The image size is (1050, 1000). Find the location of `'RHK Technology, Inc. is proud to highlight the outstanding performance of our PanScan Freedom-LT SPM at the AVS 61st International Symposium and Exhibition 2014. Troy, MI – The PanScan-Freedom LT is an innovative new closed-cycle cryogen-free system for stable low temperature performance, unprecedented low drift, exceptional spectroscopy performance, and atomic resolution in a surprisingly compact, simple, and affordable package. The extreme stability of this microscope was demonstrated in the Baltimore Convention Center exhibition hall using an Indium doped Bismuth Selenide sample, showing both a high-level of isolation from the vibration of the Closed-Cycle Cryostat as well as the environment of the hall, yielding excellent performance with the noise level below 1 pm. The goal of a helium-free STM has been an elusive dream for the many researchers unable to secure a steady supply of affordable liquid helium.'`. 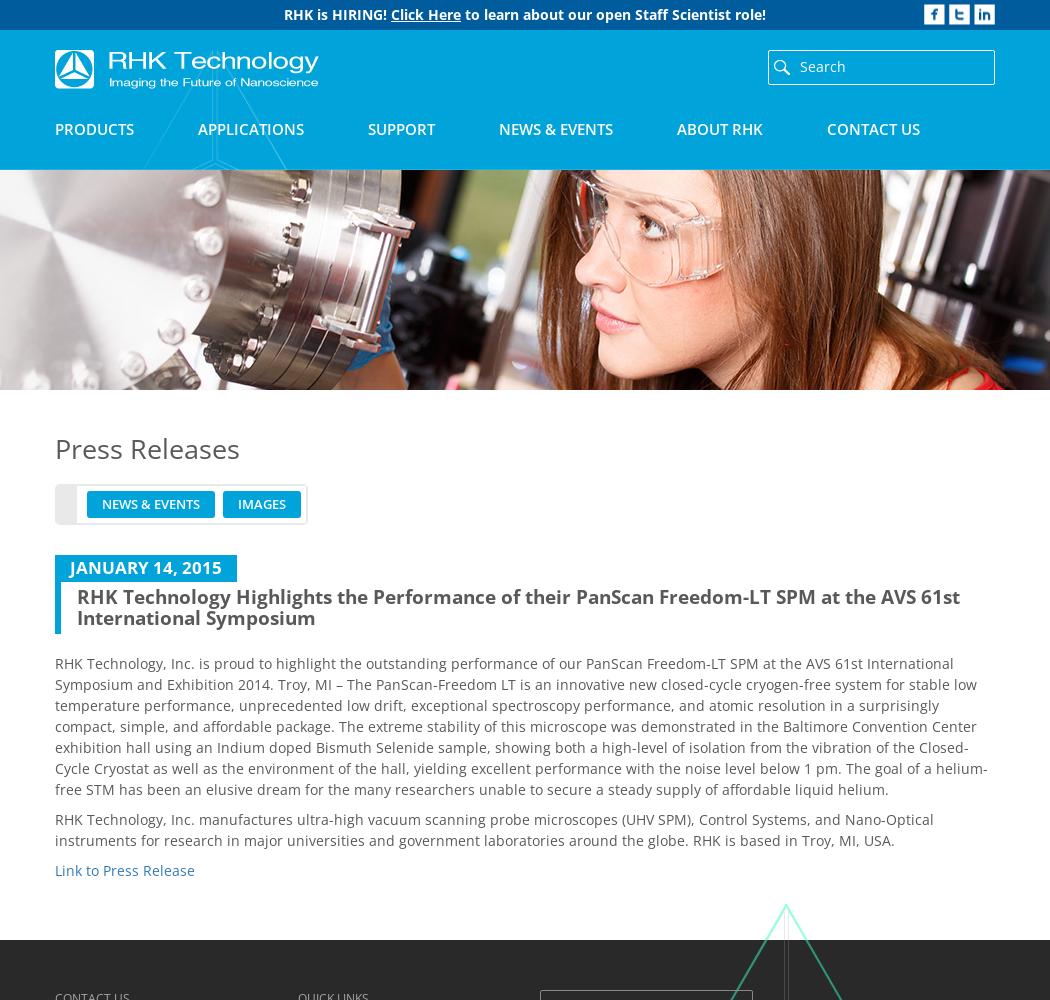

'RHK Technology, Inc. is proud to highlight the outstanding performance of our PanScan Freedom-LT SPM at the AVS 61st International Symposium and Exhibition 2014. Troy, MI – The PanScan-Freedom LT is an innovative new closed-cycle cryogen-free system for stable low temperature performance, unprecedented low drift, exceptional spectroscopy performance, and atomic resolution in a surprisingly compact, simple, and affordable package. The extreme stability of this microscope was demonstrated in the Baltimore Convention Center exhibition hall using an Indium doped Bismuth Selenide sample, showing both a high-level of isolation from the vibration of the Closed-Cycle Cryostat as well as the environment of the hall, yielding excellent performance with the noise level below 1 pm. The goal of a helium-free STM has been an elusive dream for the many researchers unable to secure a steady supply of affordable liquid helium.' is located at coordinates (54, 724).